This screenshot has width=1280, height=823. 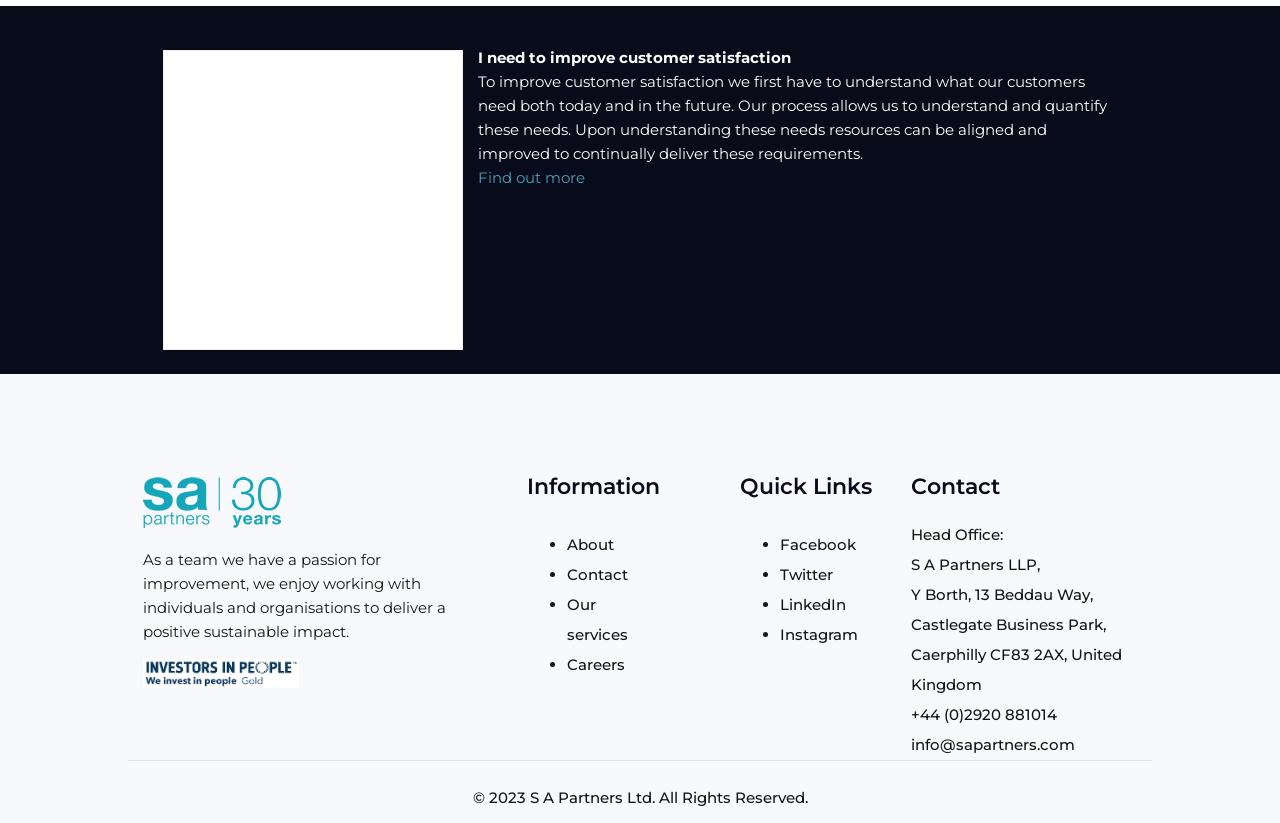 I want to click on 'Careers', so click(x=594, y=663).